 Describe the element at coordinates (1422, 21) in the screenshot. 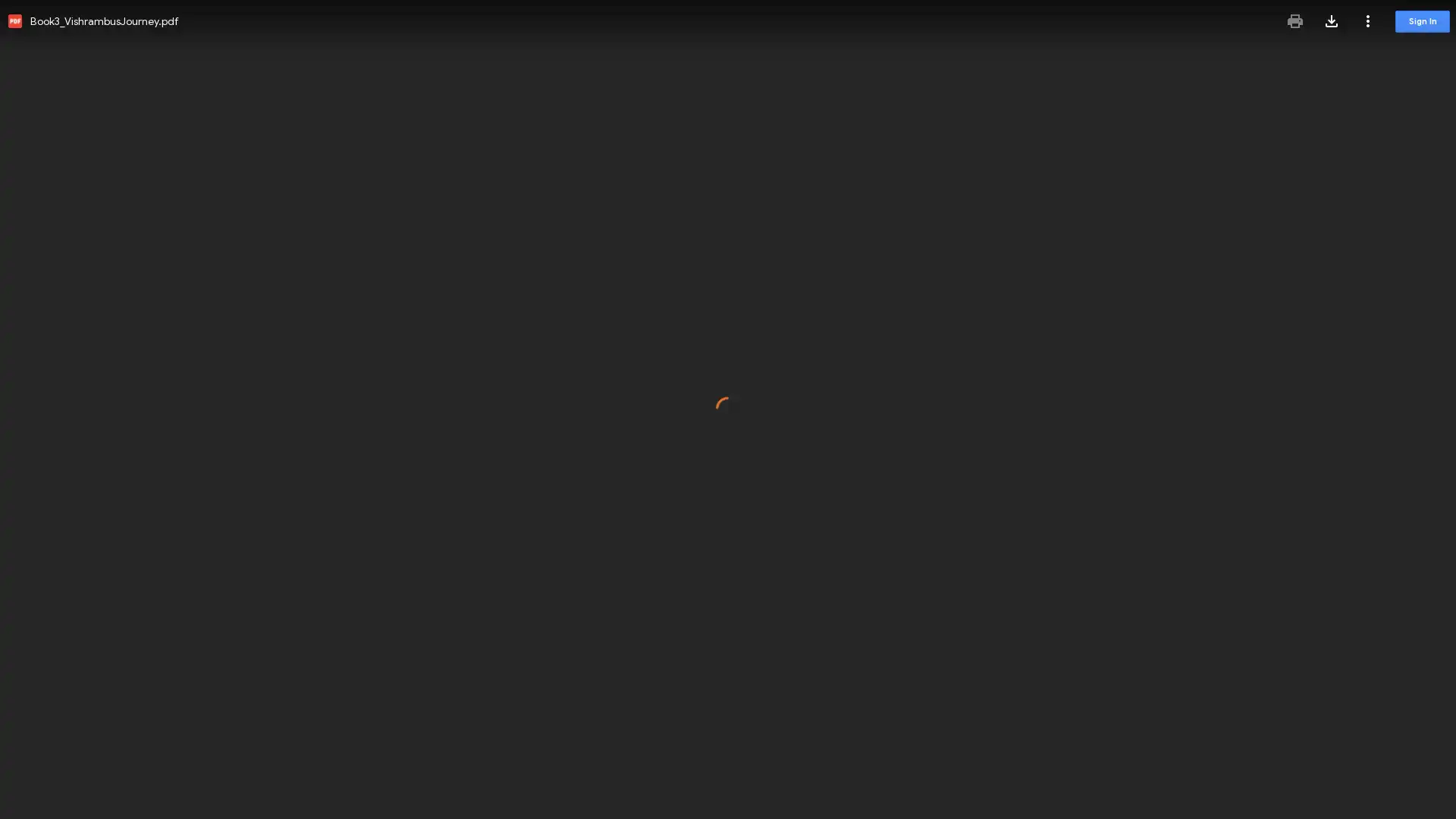

I see `Sign In` at that location.